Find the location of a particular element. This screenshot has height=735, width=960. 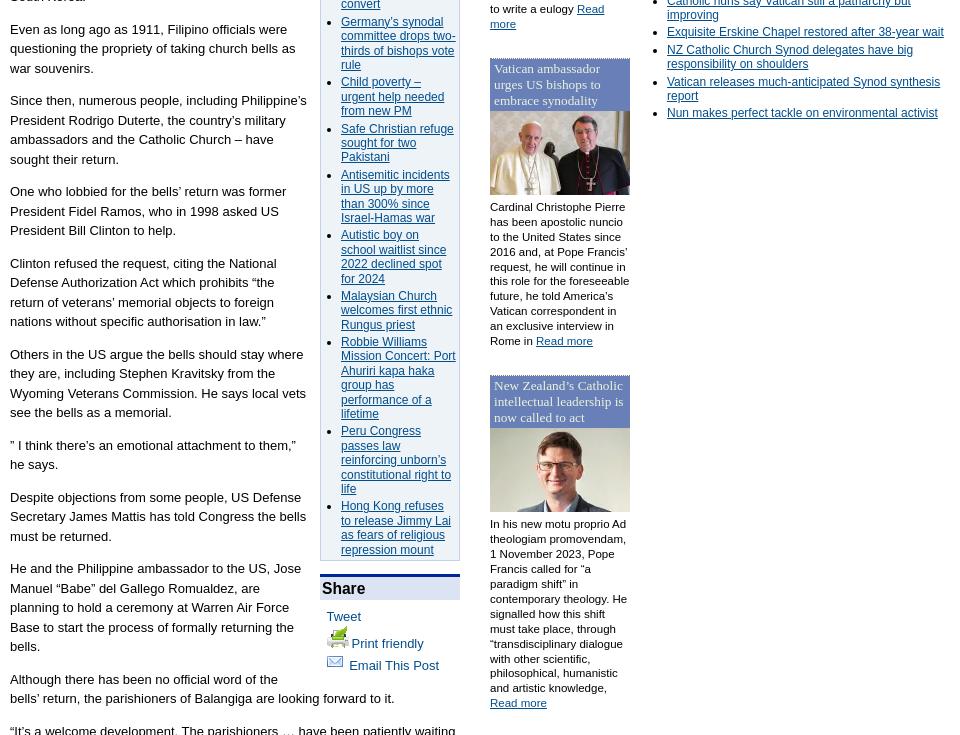

'Tweet' is located at coordinates (343, 615).